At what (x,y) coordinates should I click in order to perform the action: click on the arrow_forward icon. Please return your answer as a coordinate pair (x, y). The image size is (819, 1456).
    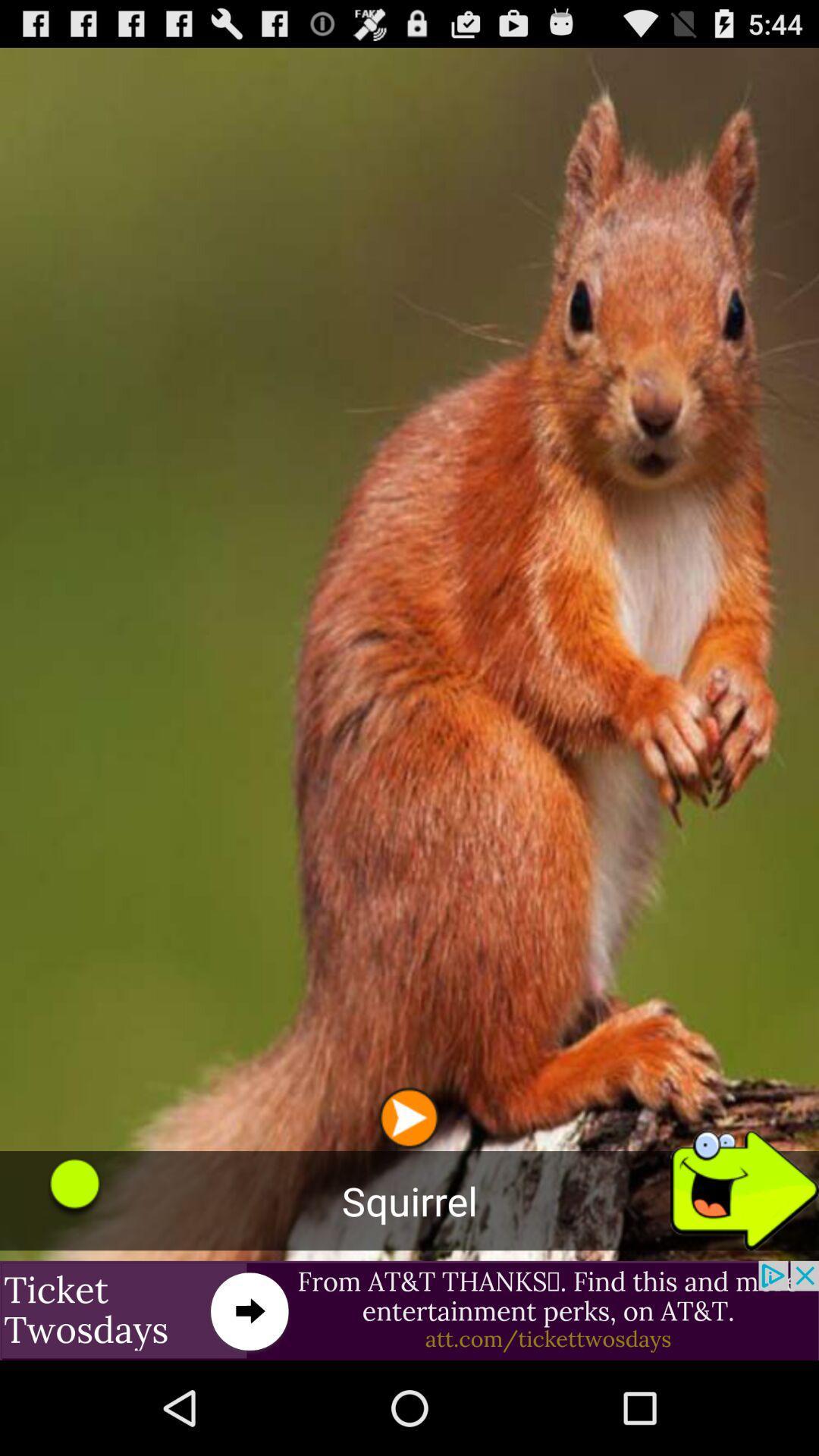
    Looking at the image, I should click on (744, 1267).